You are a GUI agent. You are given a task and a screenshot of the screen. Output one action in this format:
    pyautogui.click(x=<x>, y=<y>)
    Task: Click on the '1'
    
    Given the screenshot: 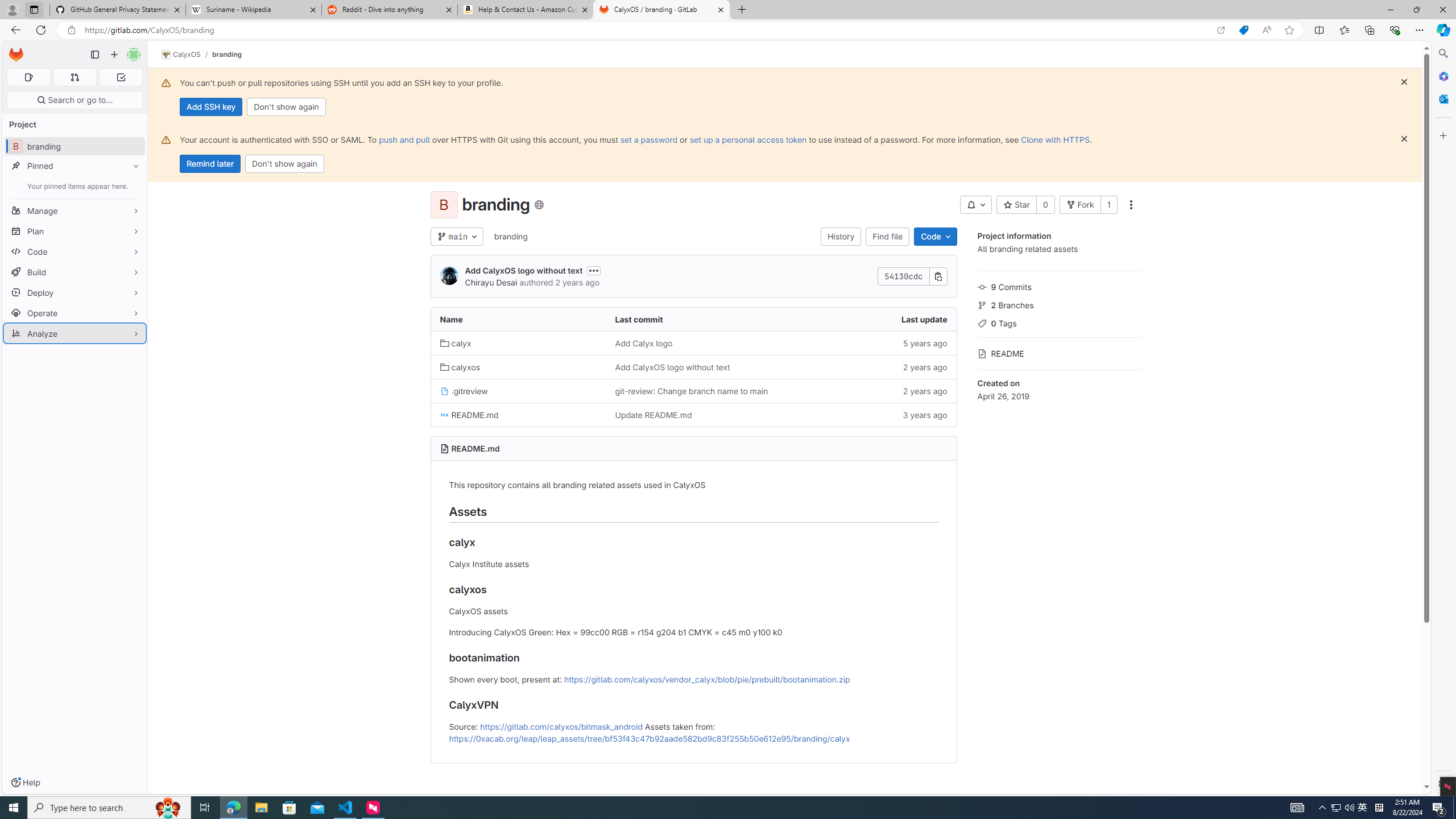 What is the action you would take?
    pyautogui.click(x=1108, y=205)
    